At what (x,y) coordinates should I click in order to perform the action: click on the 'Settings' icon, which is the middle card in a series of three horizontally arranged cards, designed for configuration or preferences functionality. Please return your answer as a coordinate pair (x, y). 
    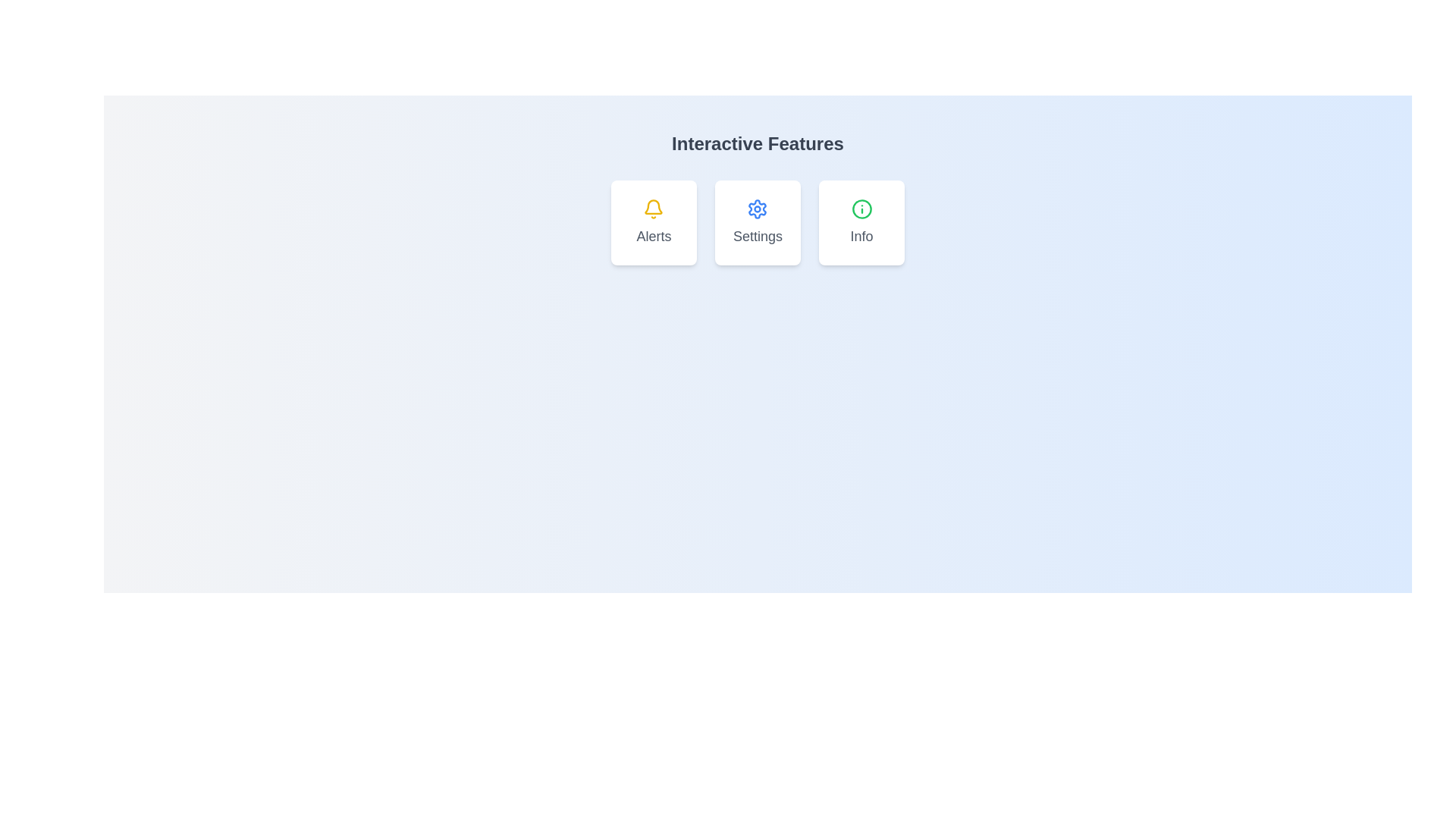
    Looking at the image, I should click on (758, 209).